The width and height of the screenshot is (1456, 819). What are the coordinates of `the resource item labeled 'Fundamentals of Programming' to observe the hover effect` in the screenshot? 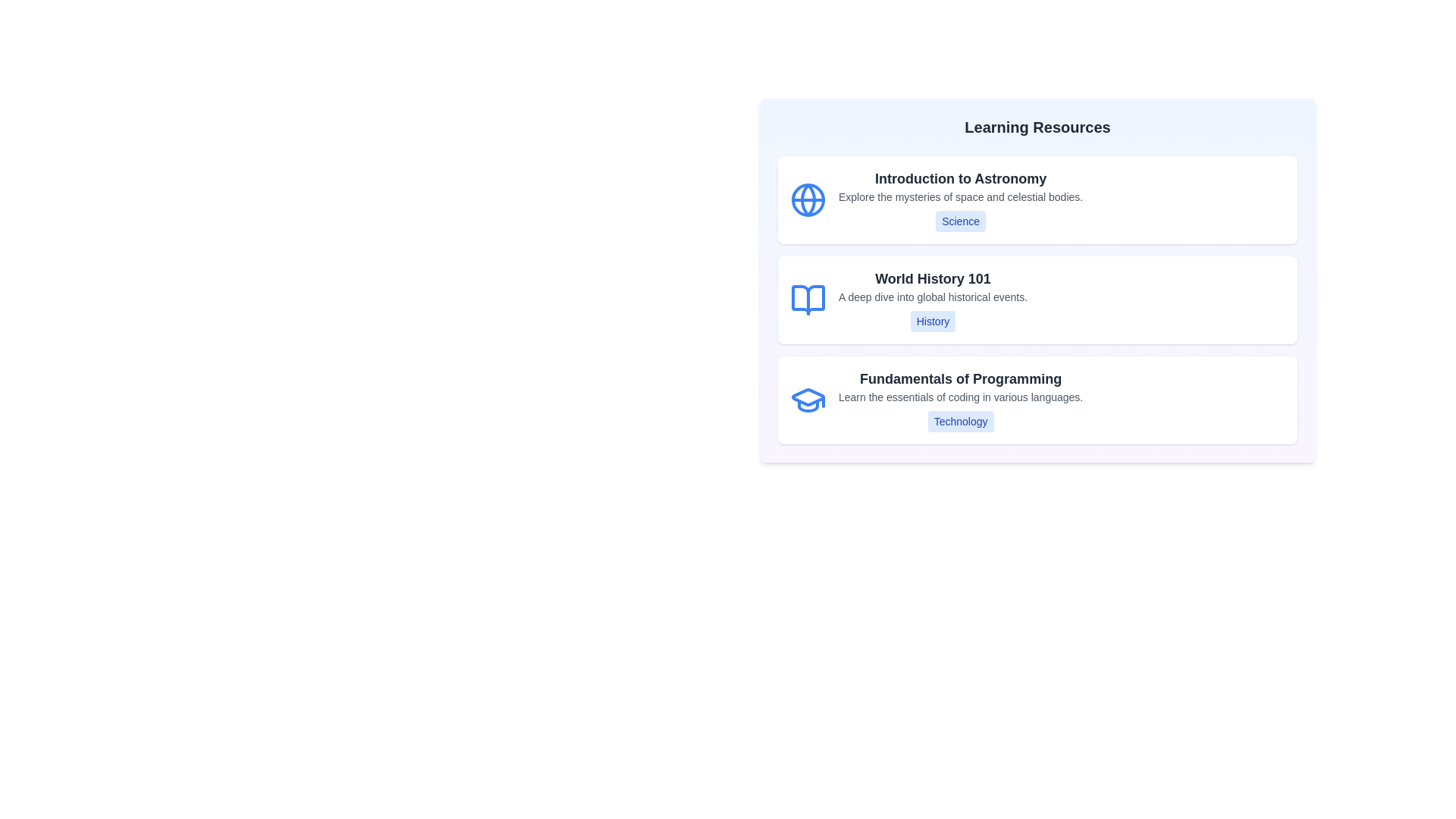 It's located at (1037, 400).